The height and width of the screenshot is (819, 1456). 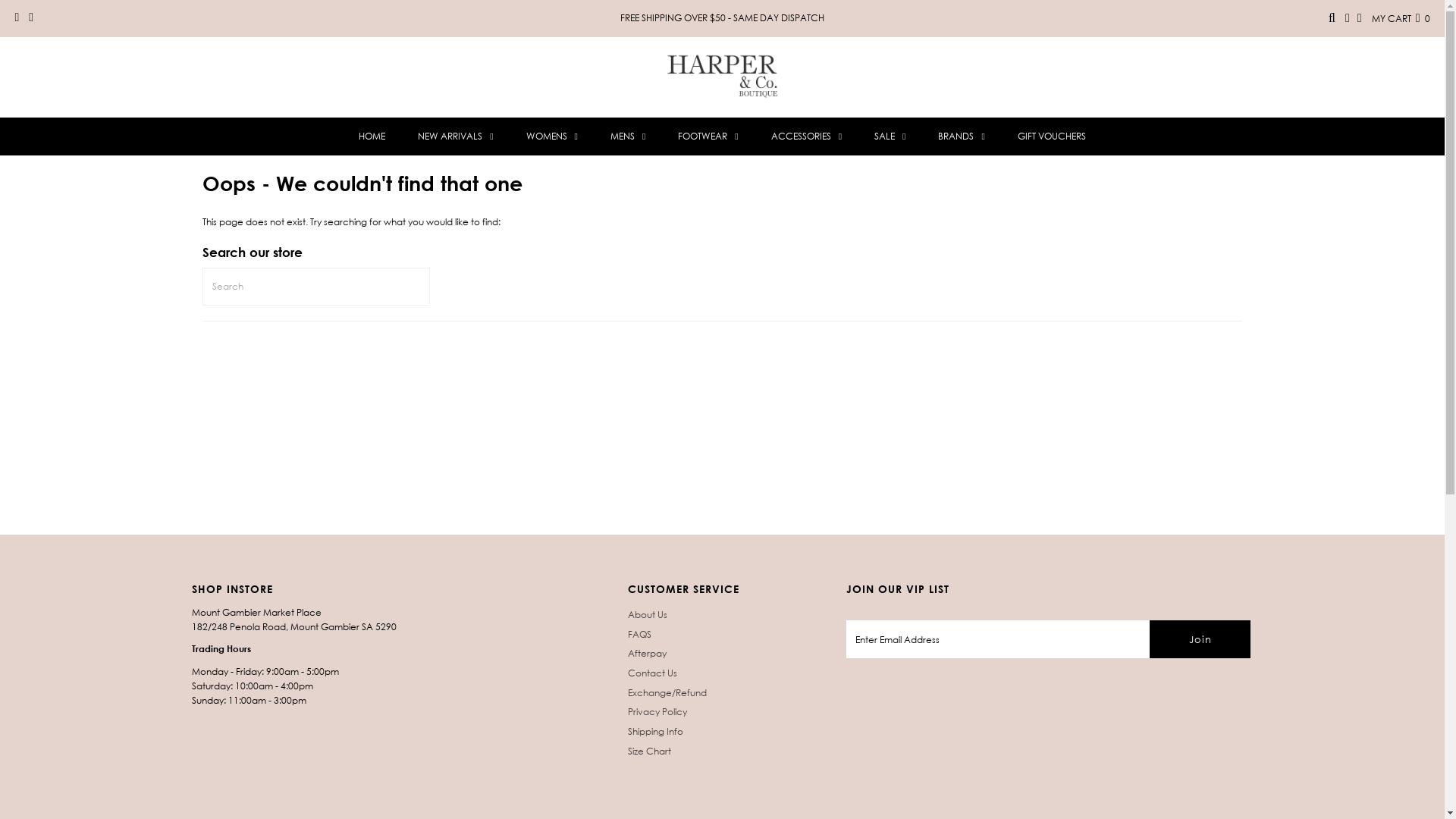 I want to click on 'Afterpay', so click(x=628, y=652).